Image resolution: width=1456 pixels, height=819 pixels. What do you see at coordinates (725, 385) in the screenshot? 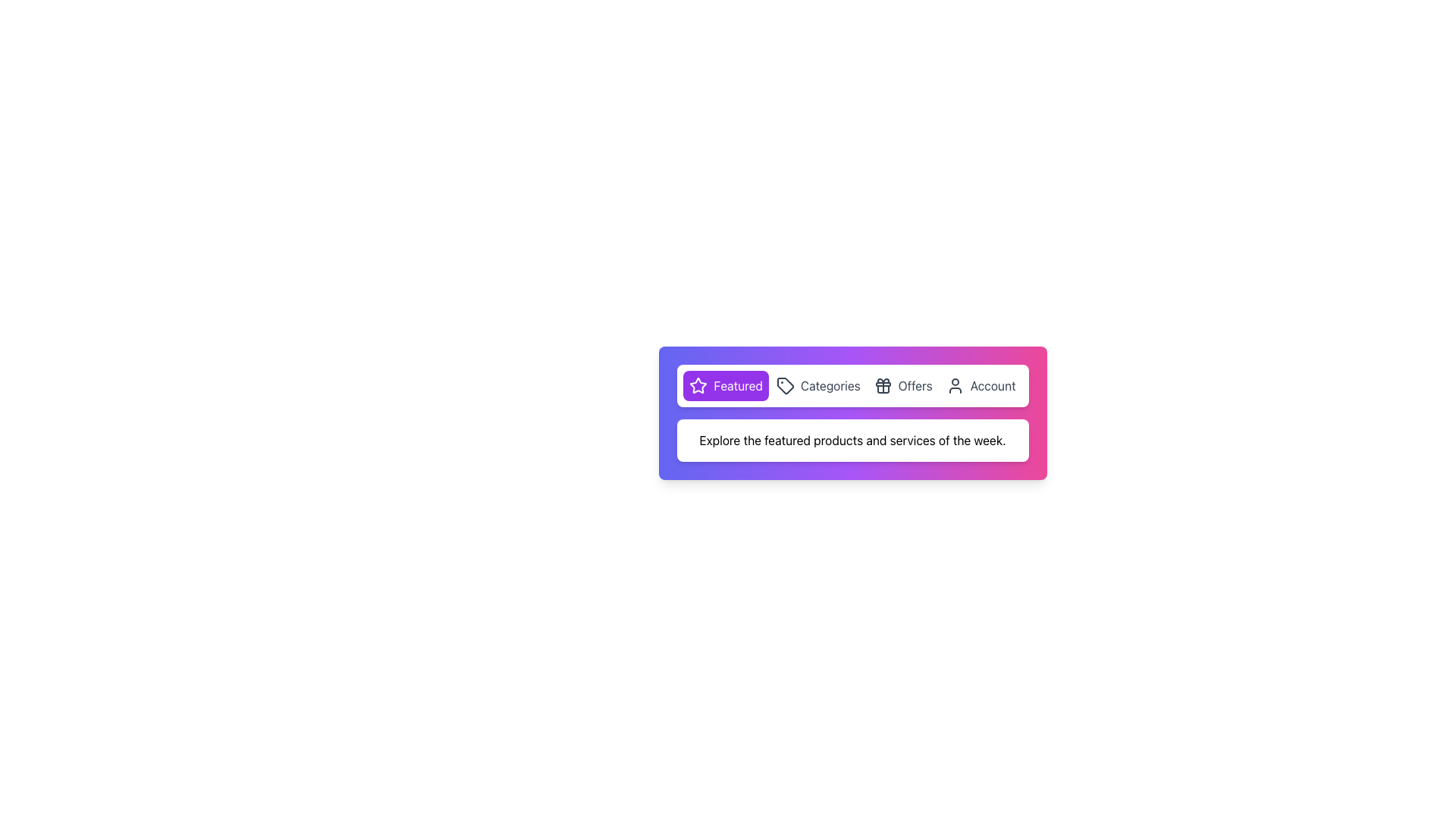
I see `the 'Featured' button, which has a purple background and white text` at bounding box center [725, 385].